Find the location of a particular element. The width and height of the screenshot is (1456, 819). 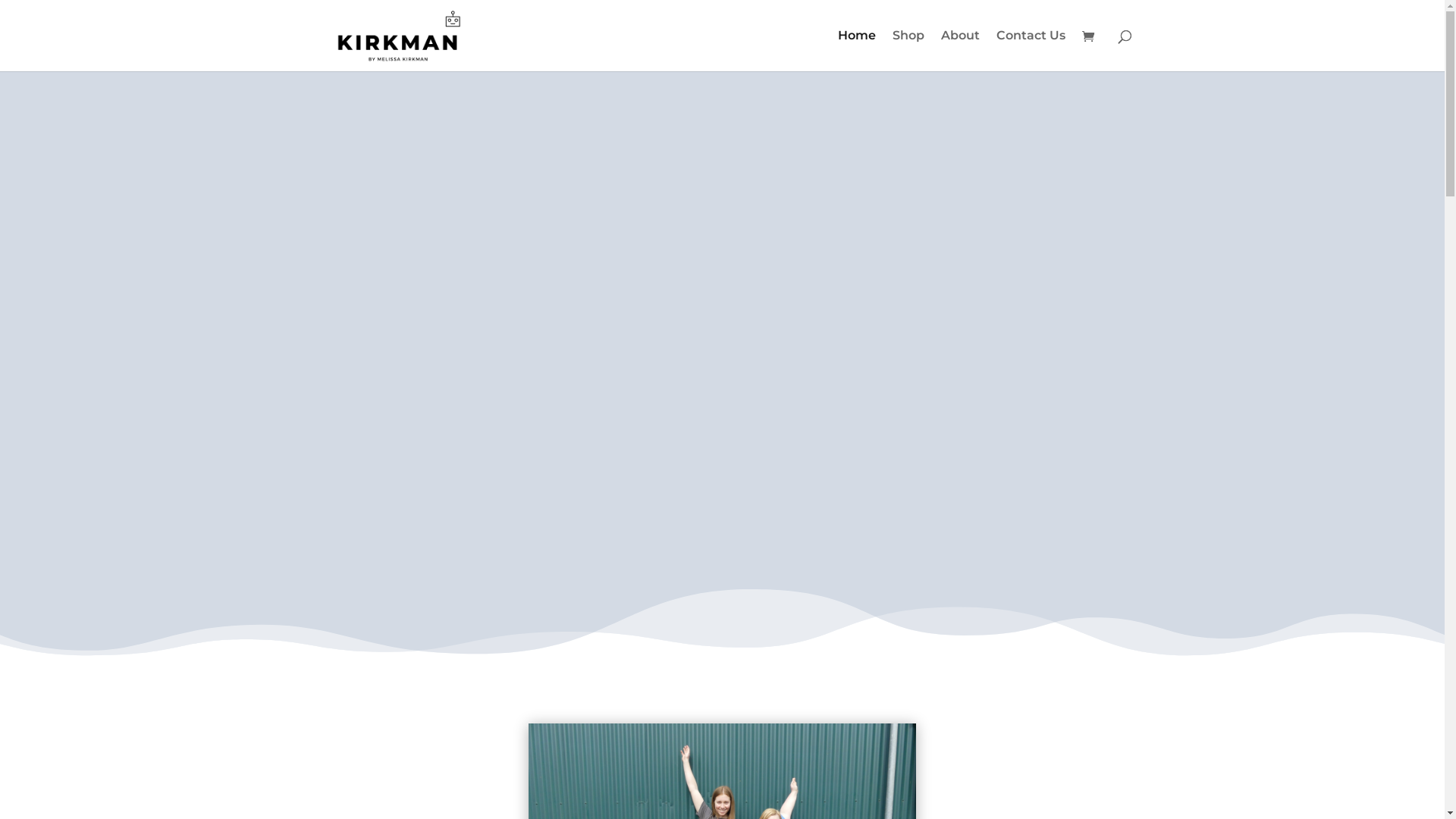

'Home' is located at coordinates (836, 49).